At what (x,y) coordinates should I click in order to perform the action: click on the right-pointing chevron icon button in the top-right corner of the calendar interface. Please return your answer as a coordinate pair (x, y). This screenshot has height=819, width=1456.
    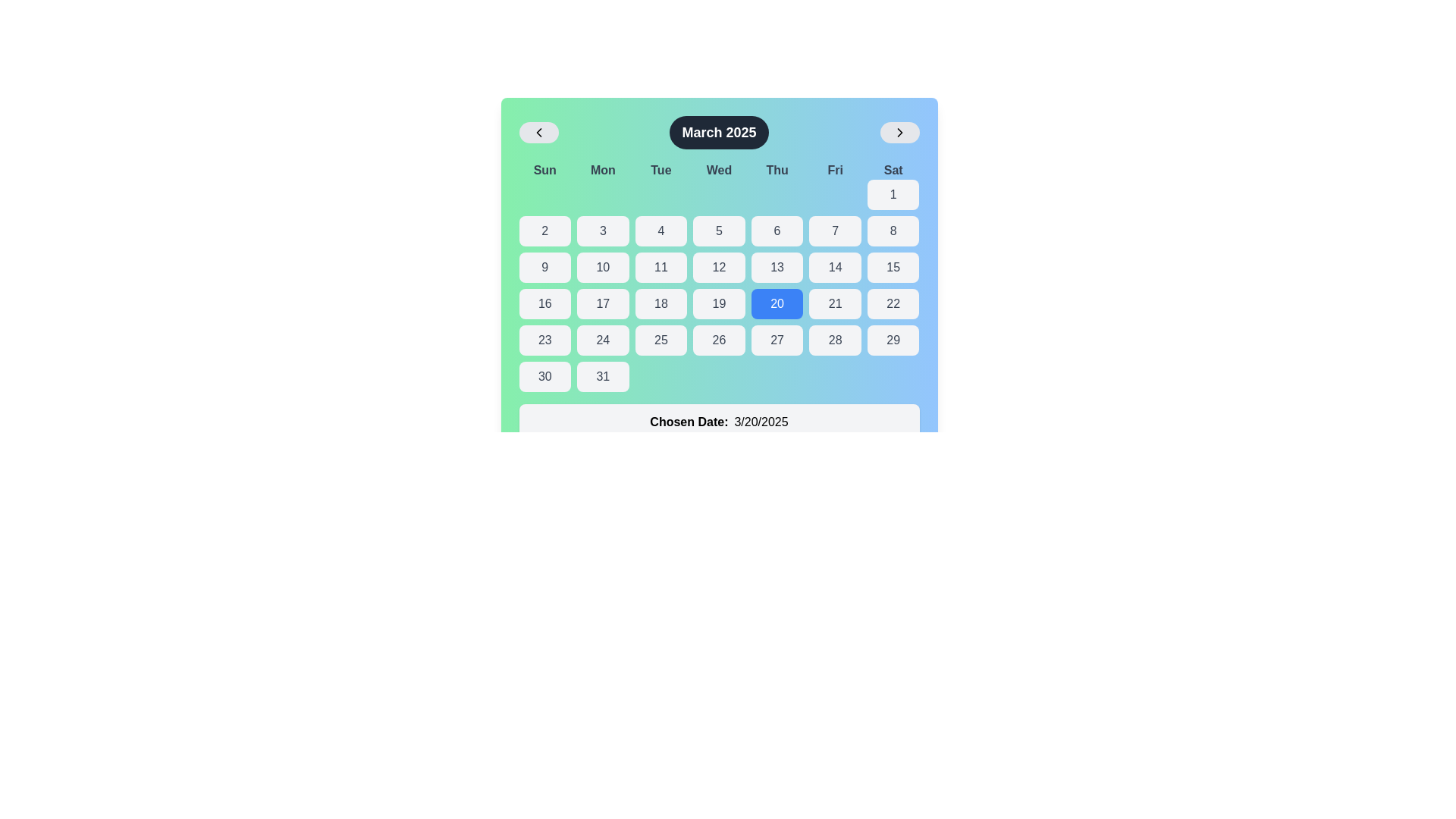
    Looking at the image, I should click on (899, 131).